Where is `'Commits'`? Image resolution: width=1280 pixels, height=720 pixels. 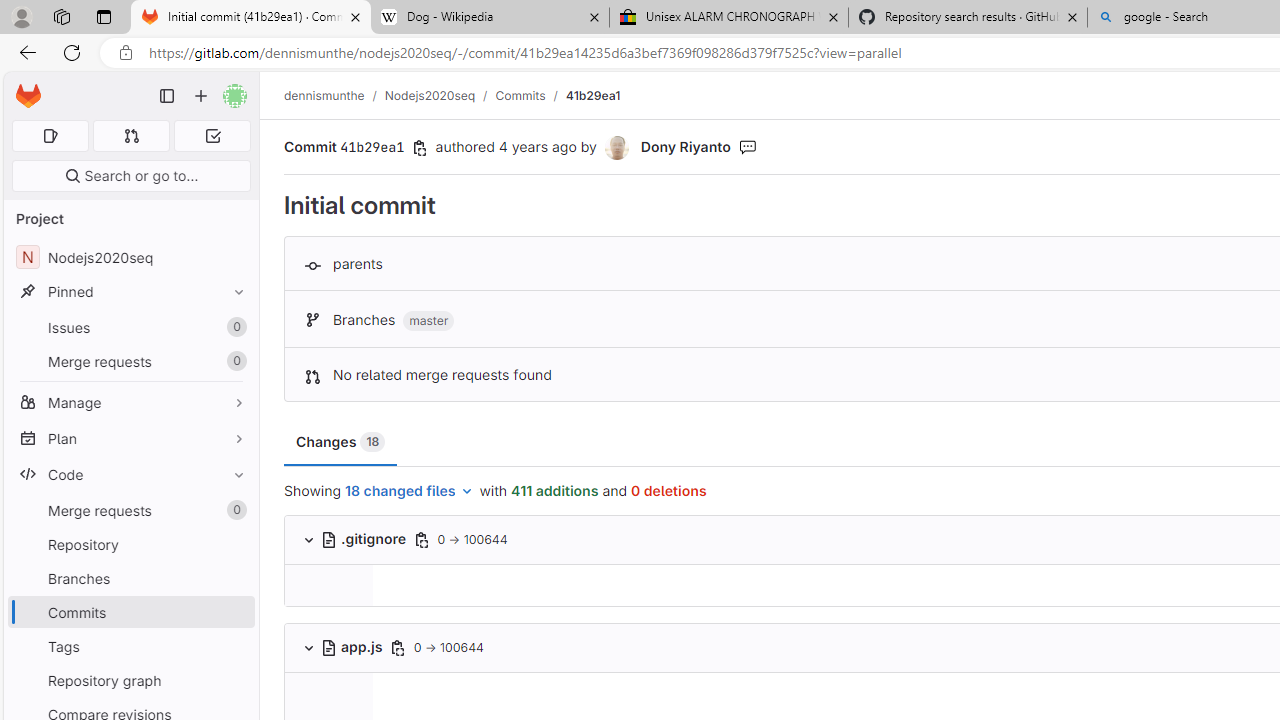 'Commits' is located at coordinates (520, 95).